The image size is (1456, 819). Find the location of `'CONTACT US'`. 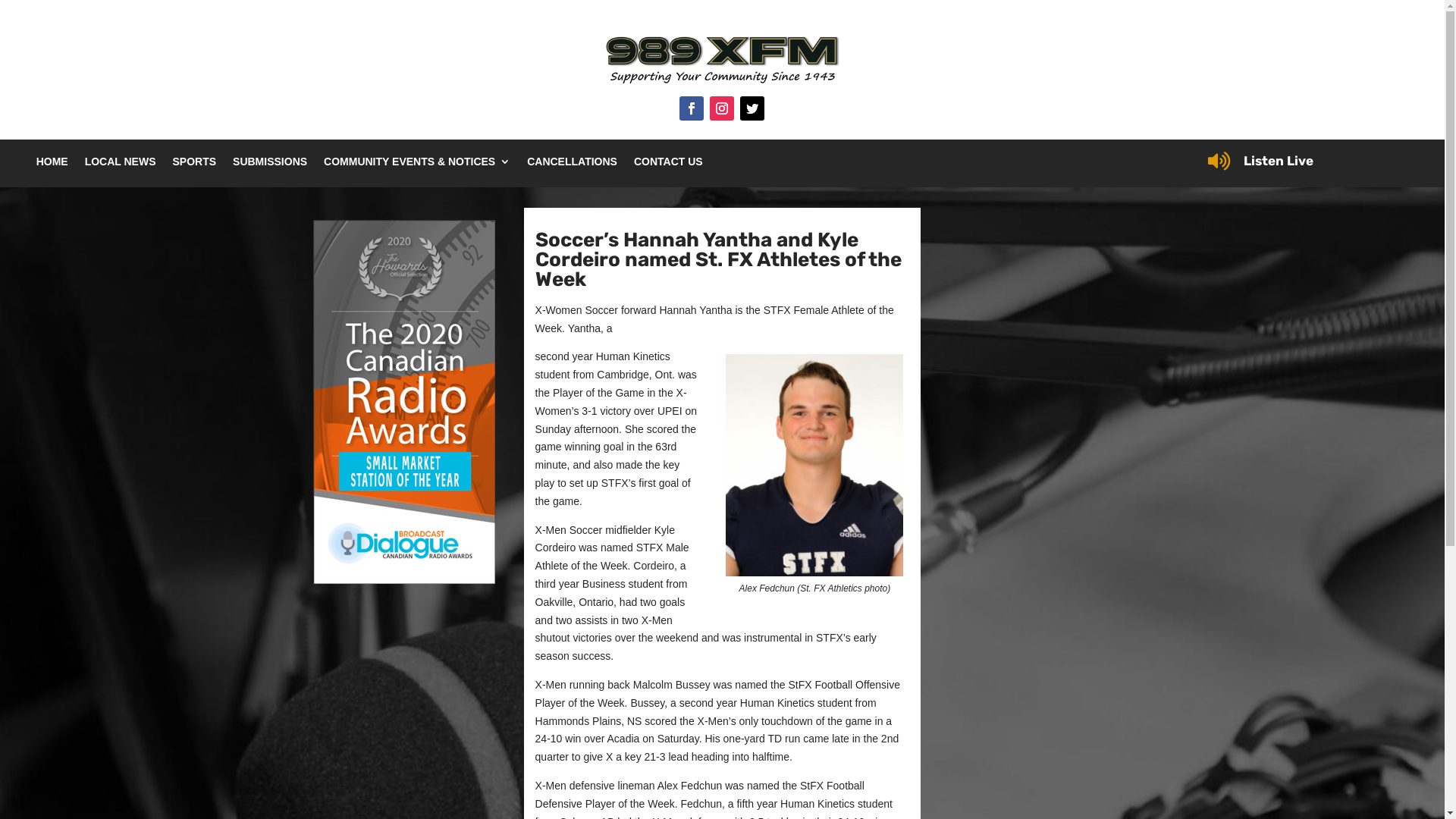

'CONTACT US' is located at coordinates (667, 164).